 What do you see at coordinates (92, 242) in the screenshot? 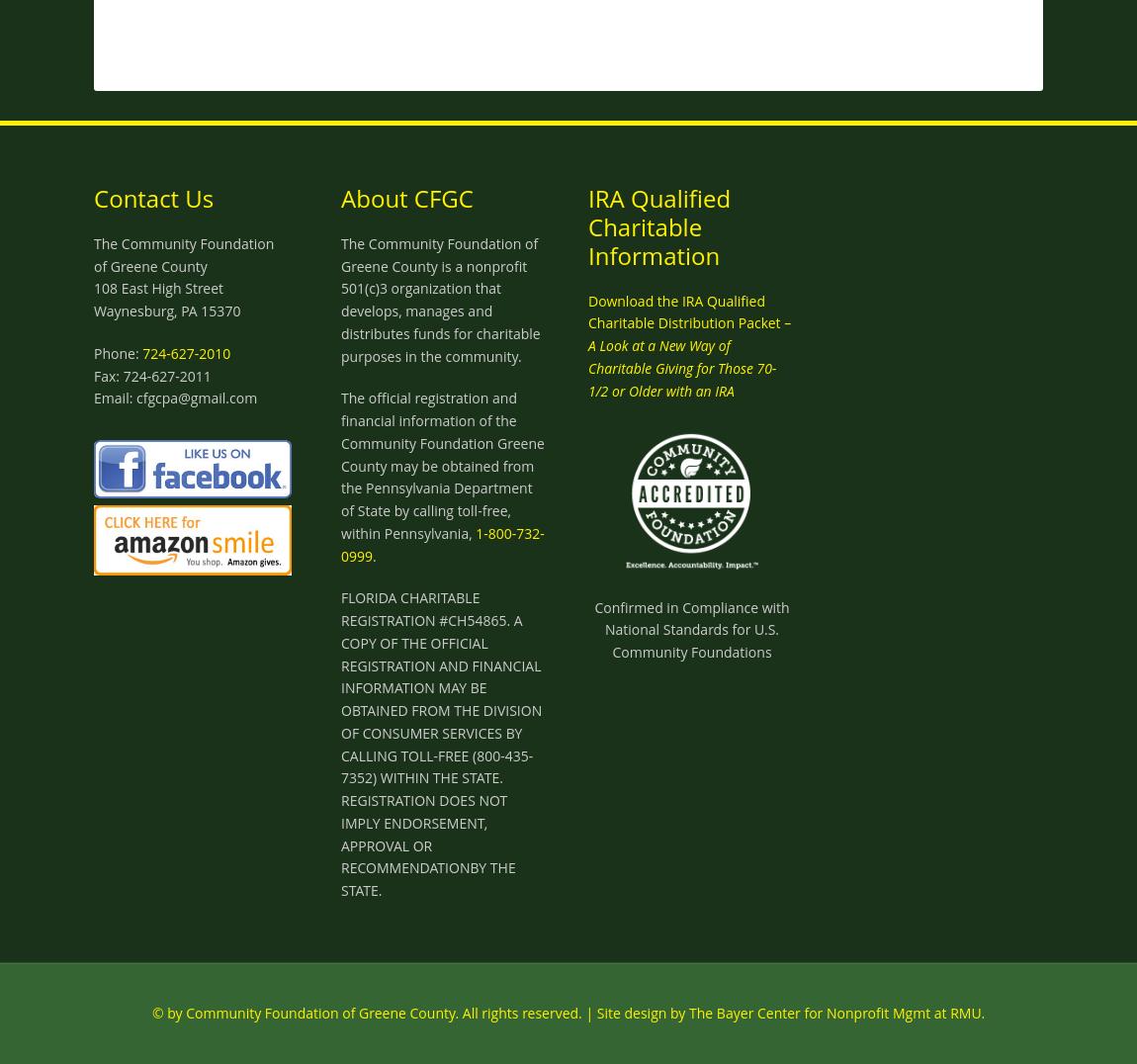
I see `'The Community Foundation'` at bounding box center [92, 242].